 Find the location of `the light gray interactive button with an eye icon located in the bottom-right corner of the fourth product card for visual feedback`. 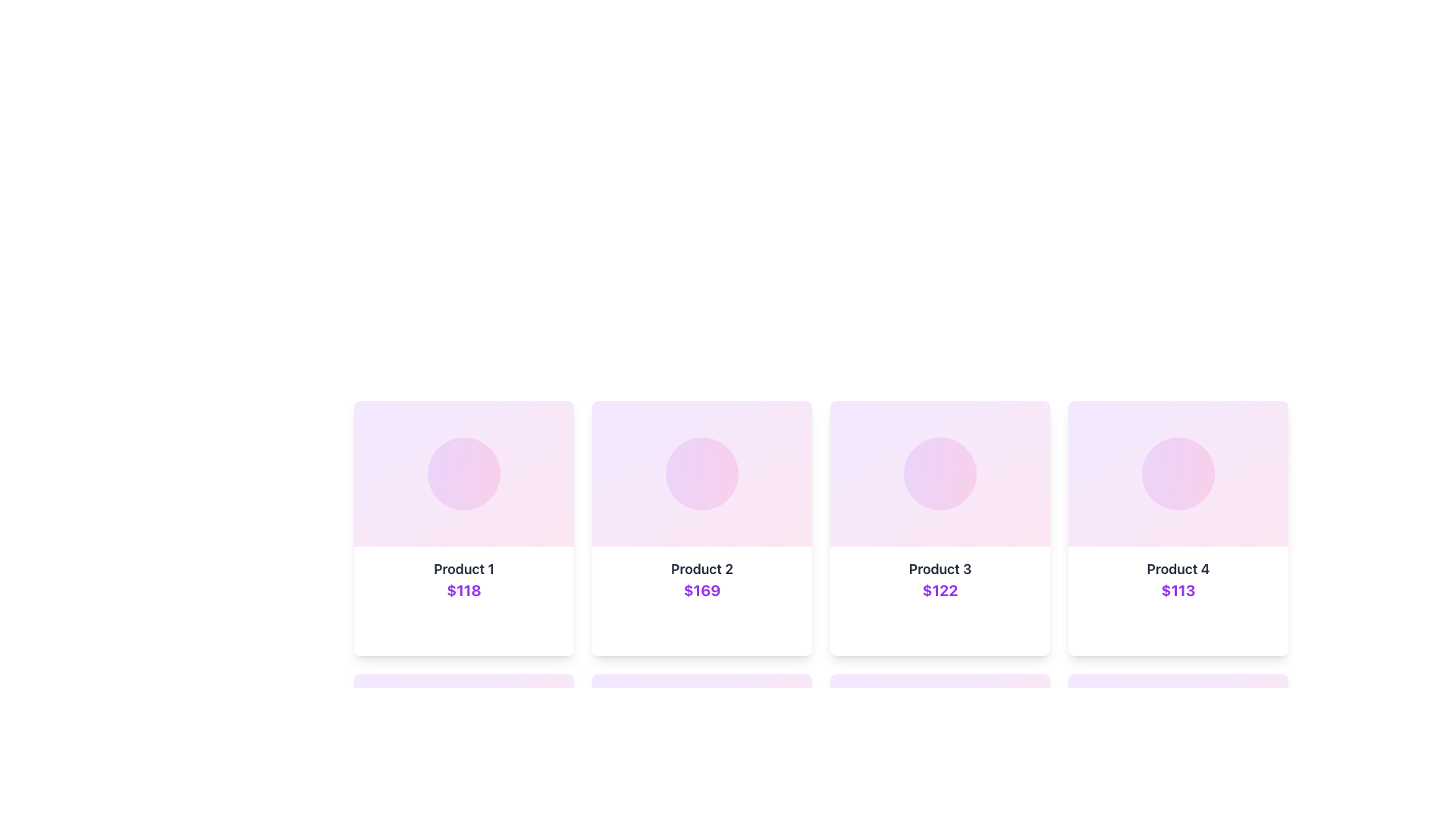

the light gray interactive button with an eye icon located in the bottom-right corner of the fourth product card for visual feedback is located at coordinates (1263, 629).